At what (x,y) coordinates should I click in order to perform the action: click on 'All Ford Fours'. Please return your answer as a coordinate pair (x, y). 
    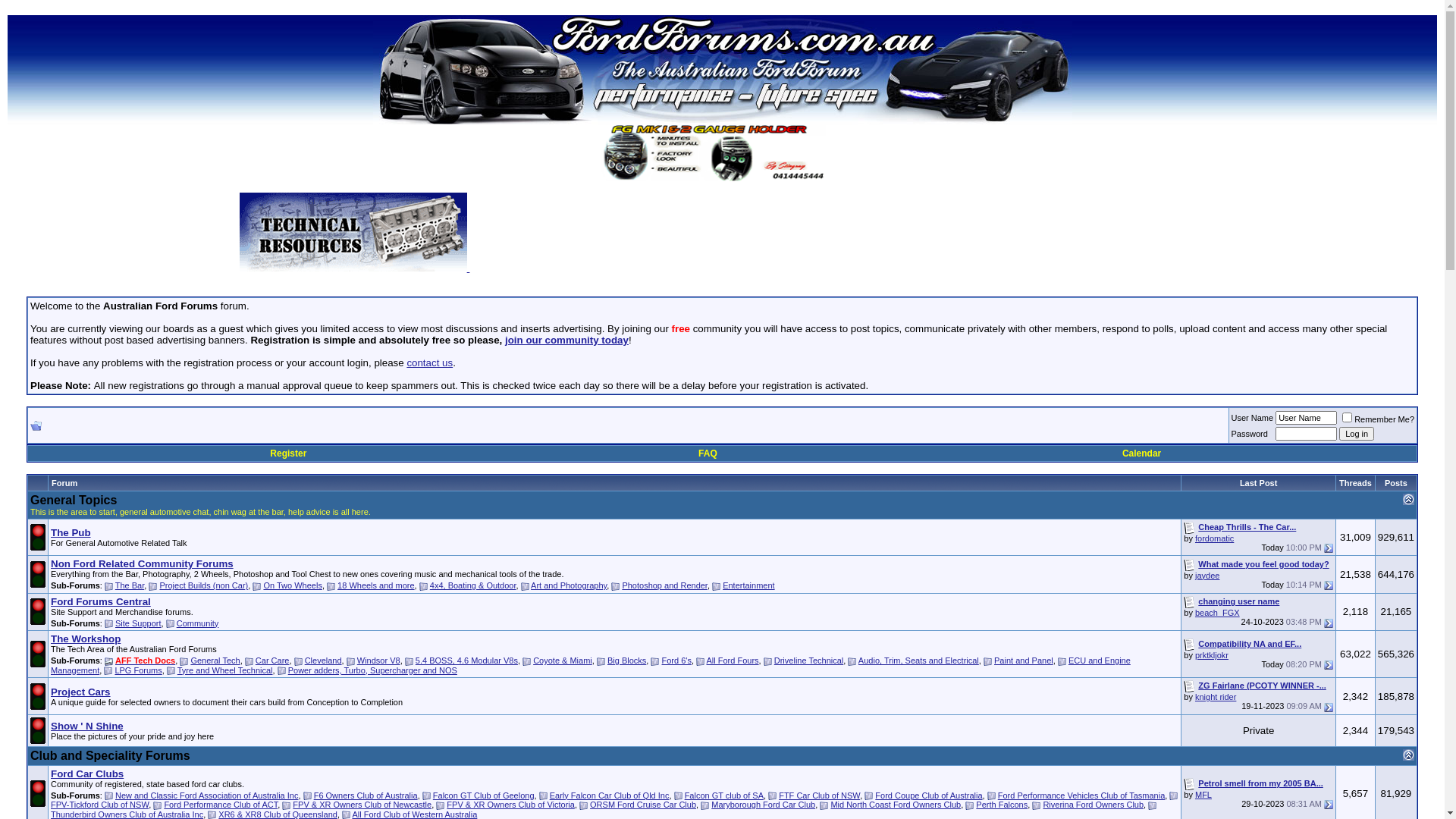
    Looking at the image, I should click on (733, 660).